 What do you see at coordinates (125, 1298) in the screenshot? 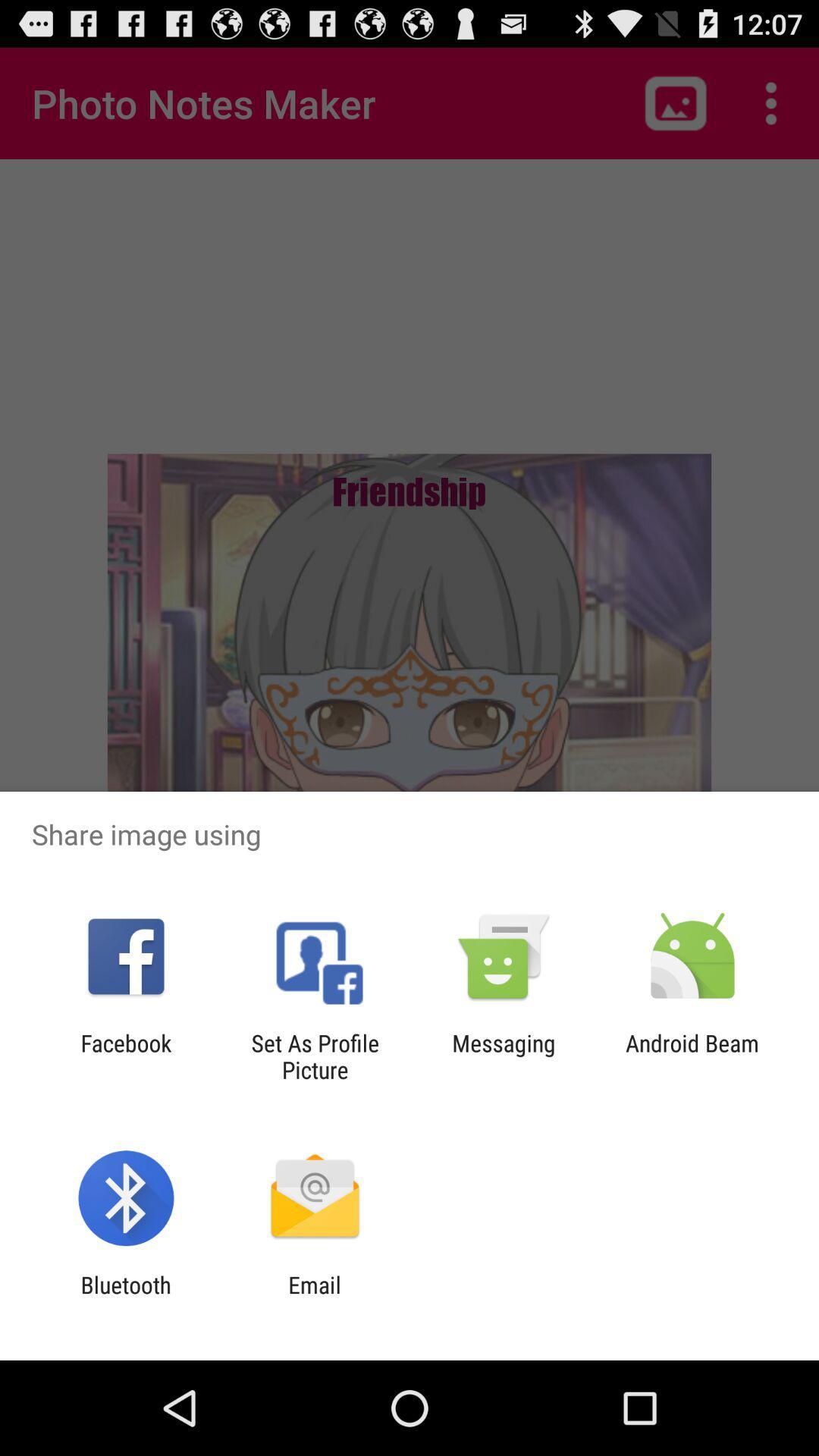
I see `bluetooth` at bounding box center [125, 1298].